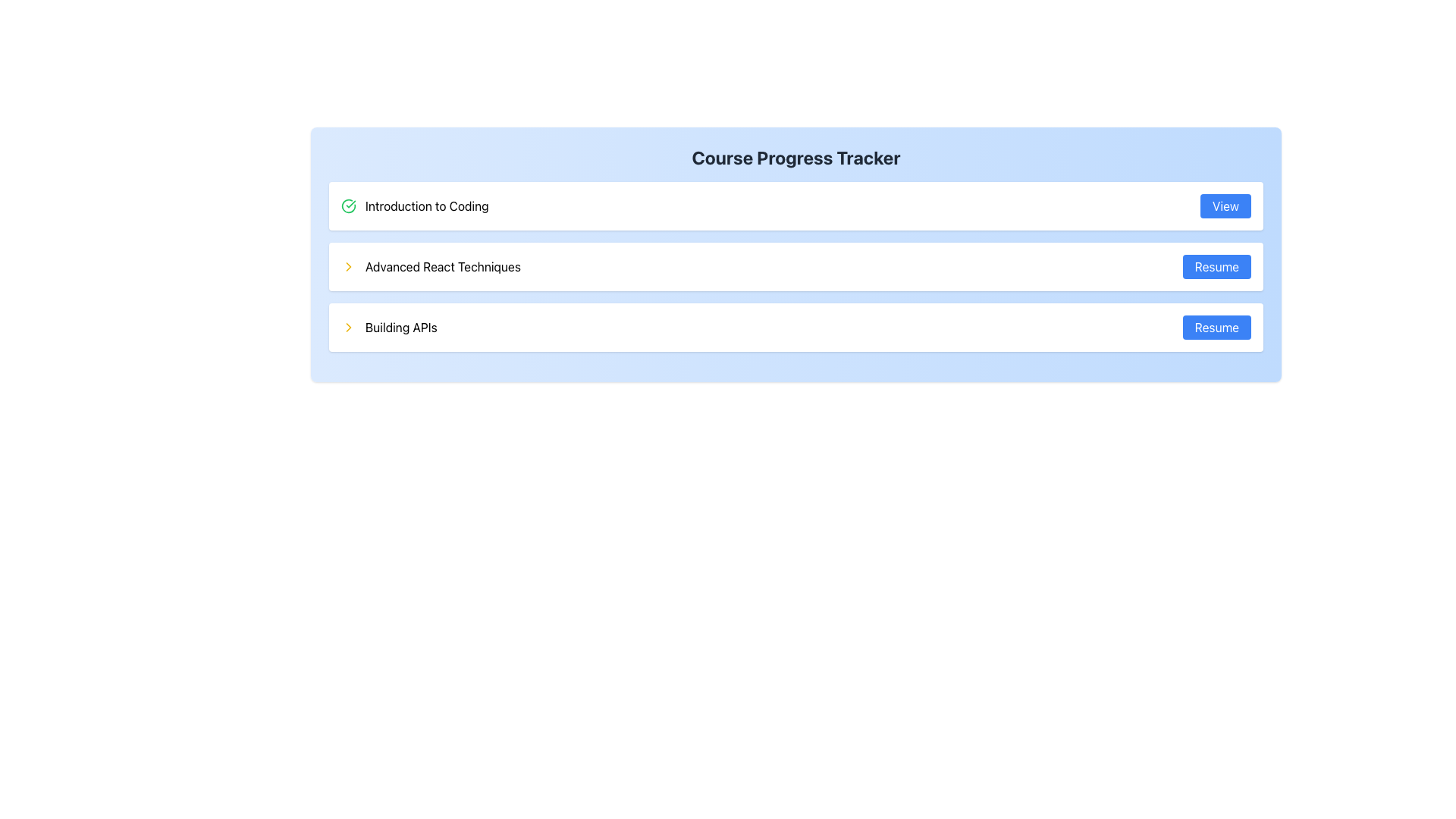 The height and width of the screenshot is (819, 1456). I want to click on the Text Label indicating the title of the first completed course in the course progression interface, so click(426, 206).